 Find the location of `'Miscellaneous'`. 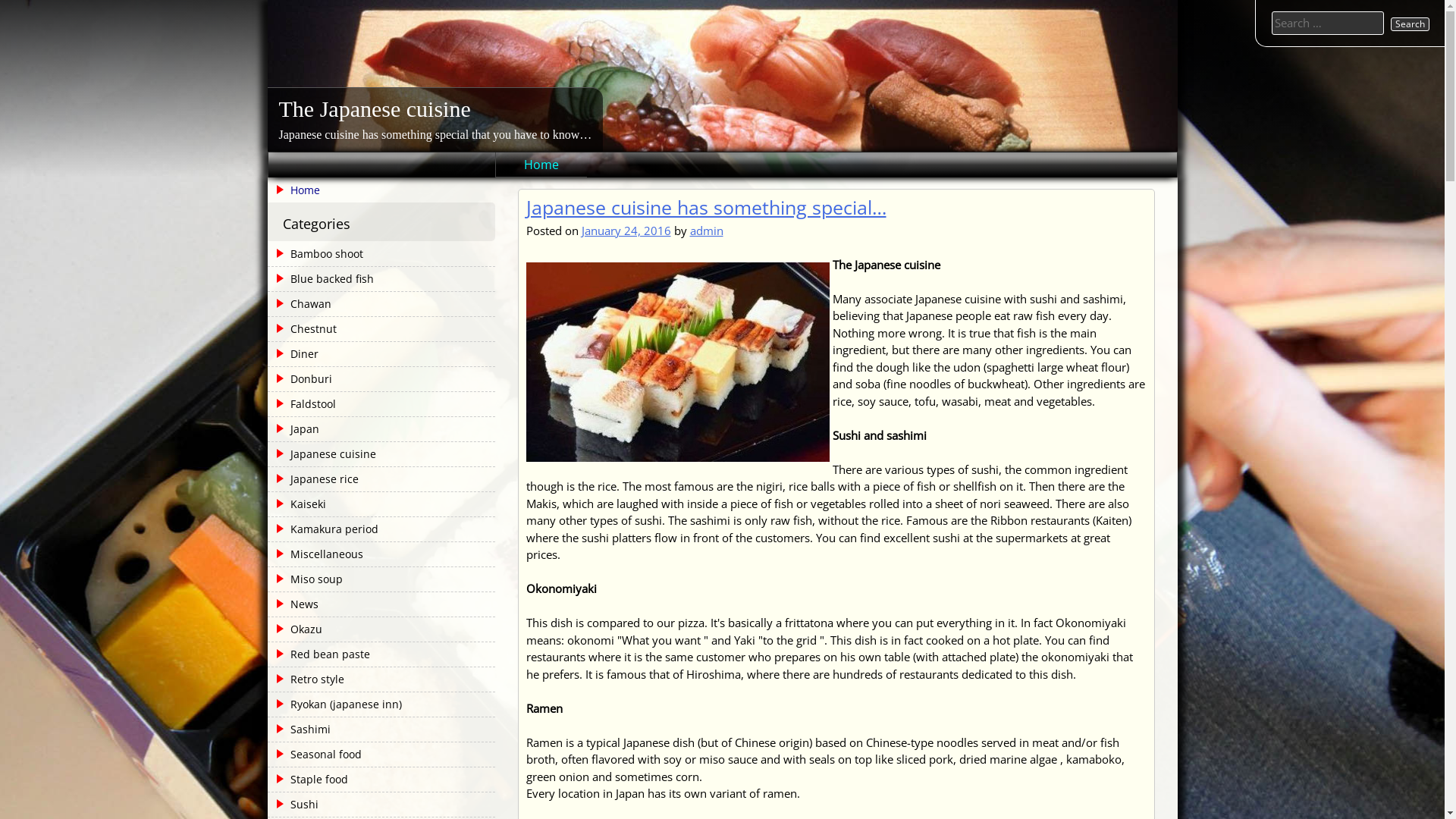

'Miscellaneous' is located at coordinates (315, 554).